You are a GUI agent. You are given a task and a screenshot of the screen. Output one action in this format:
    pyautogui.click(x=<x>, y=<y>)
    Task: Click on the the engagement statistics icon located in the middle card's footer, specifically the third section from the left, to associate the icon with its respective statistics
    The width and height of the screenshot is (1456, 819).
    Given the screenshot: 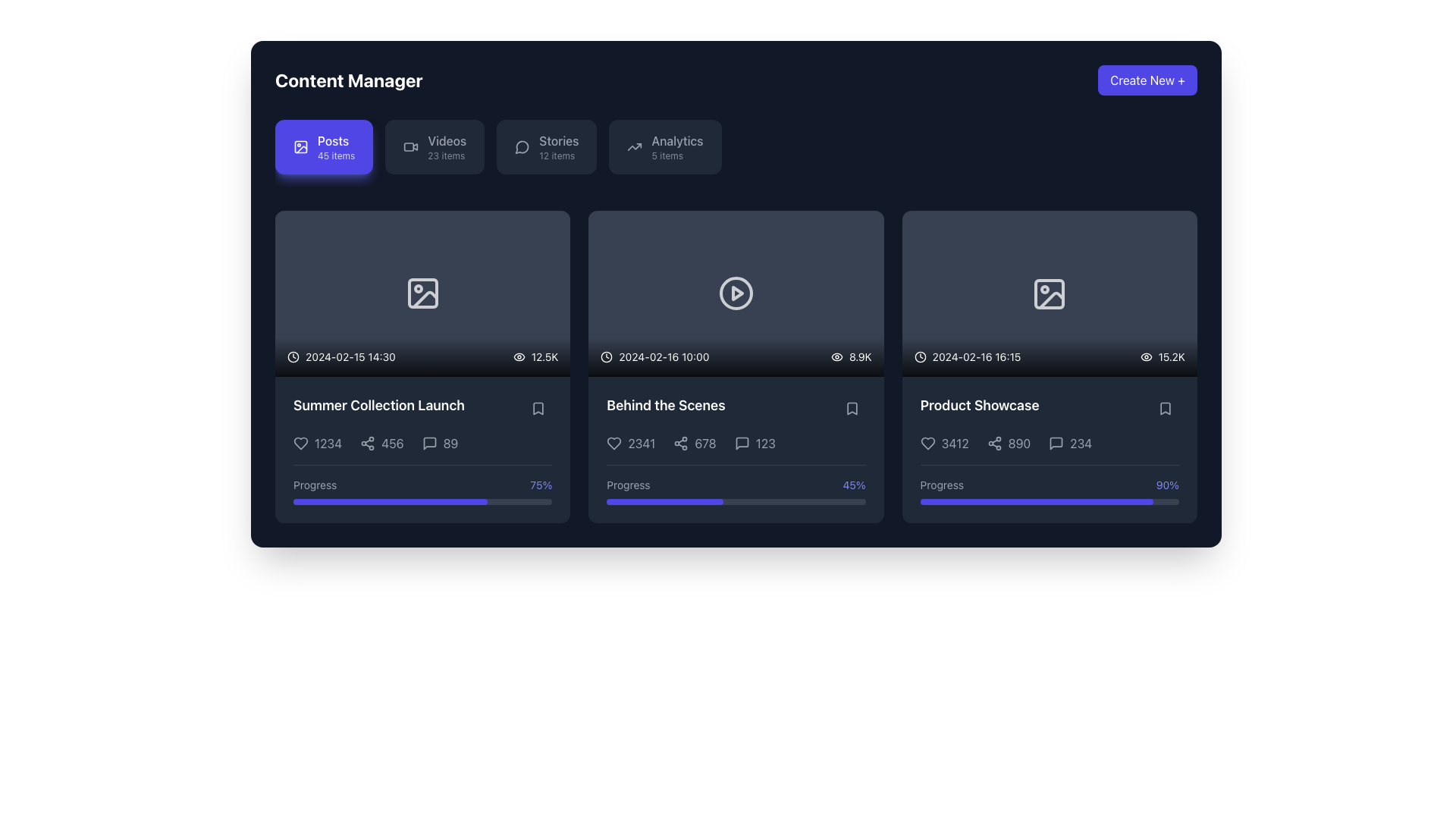 What is the action you would take?
    pyautogui.click(x=736, y=443)
    